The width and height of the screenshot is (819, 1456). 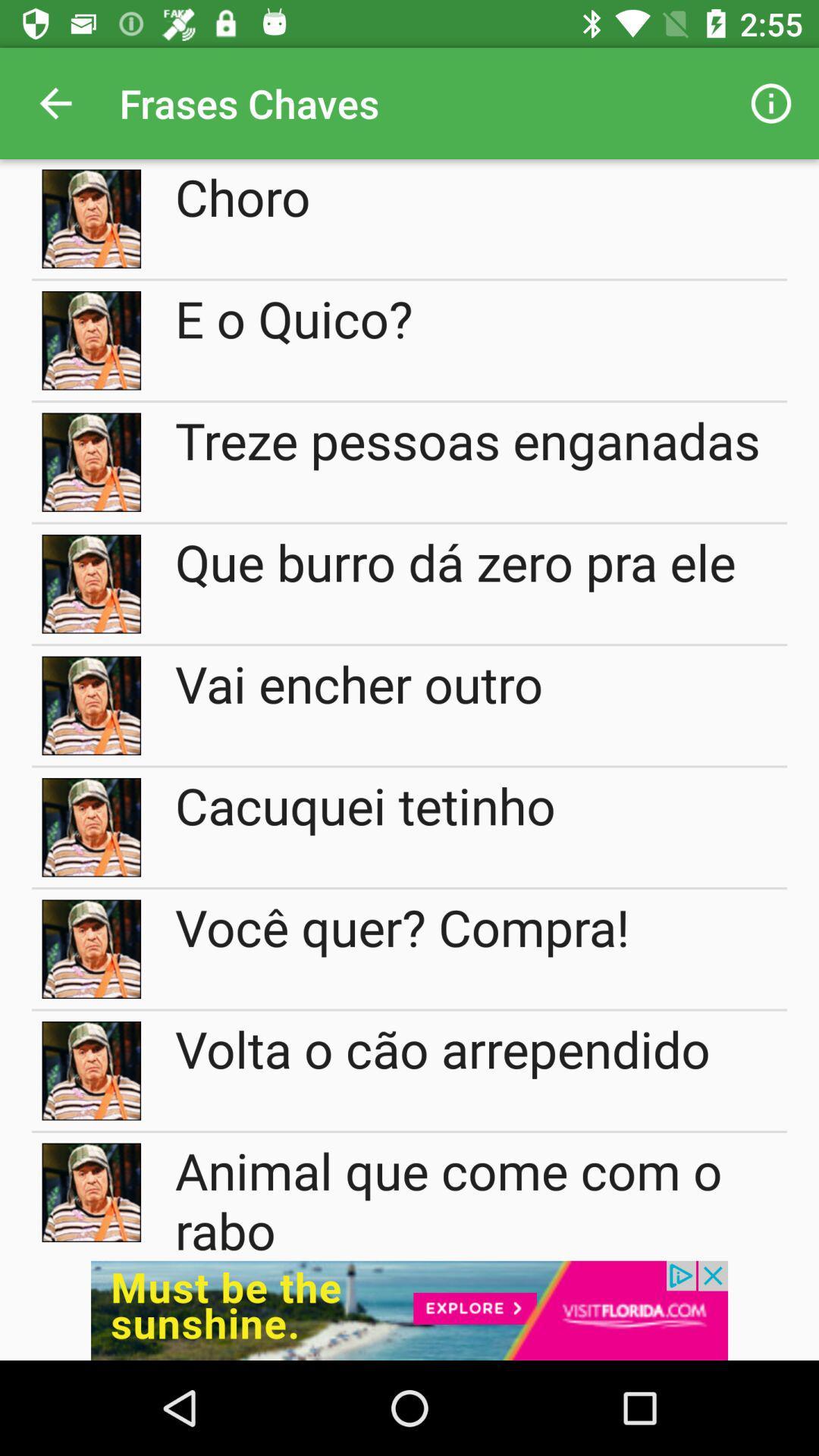 I want to click on display advertisement, so click(x=409, y=1310).